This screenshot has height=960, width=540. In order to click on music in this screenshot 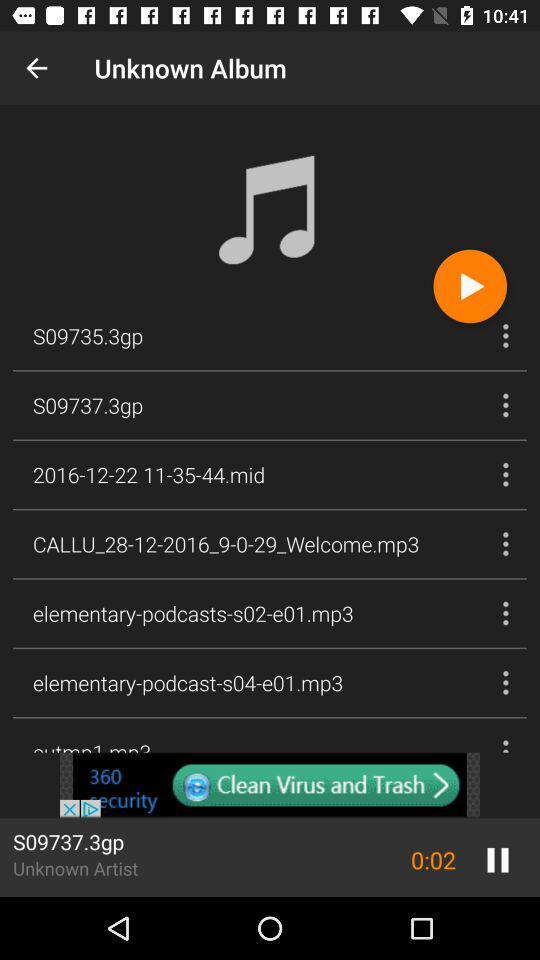, I will do `click(470, 285)`.